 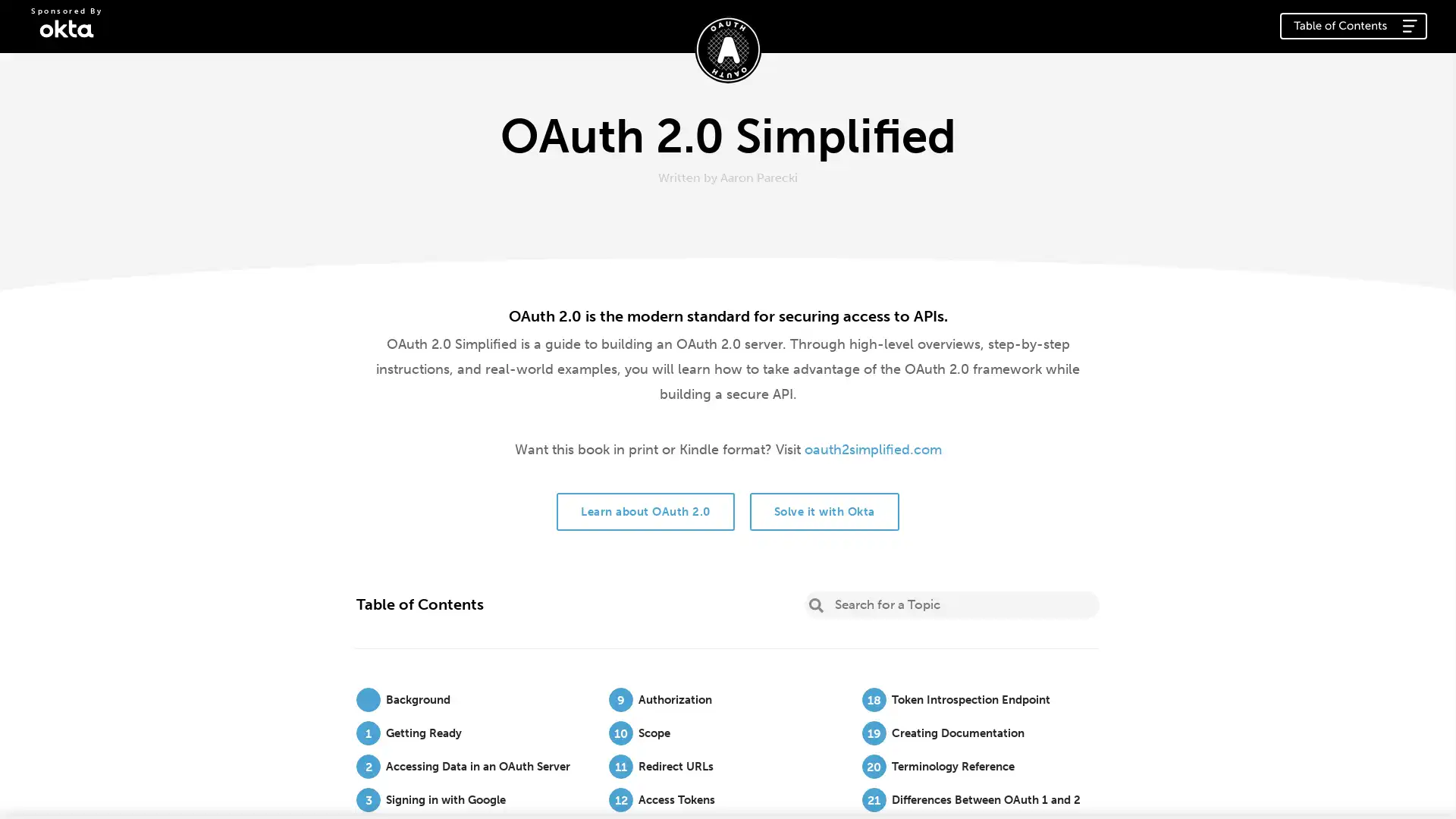 What do you see at coordinates (1172, 786) in the screenshot?
I see `Got it` at bounding box center [1172, 786].